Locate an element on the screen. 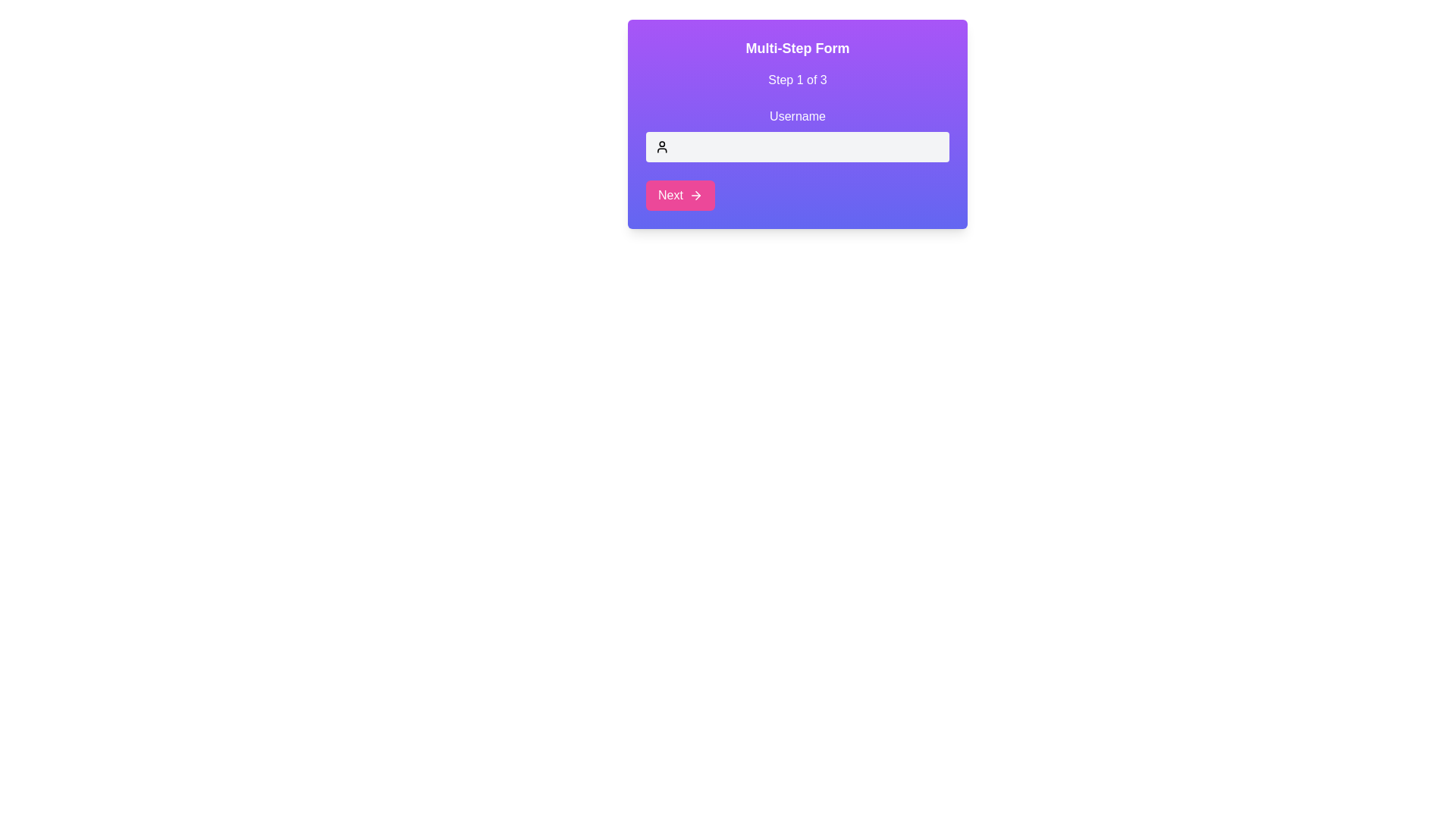  the username input field in the Multi-Step Form, located below 'Step 1 of 3' and labeled 'Username' is located at coordinates (807, 146).